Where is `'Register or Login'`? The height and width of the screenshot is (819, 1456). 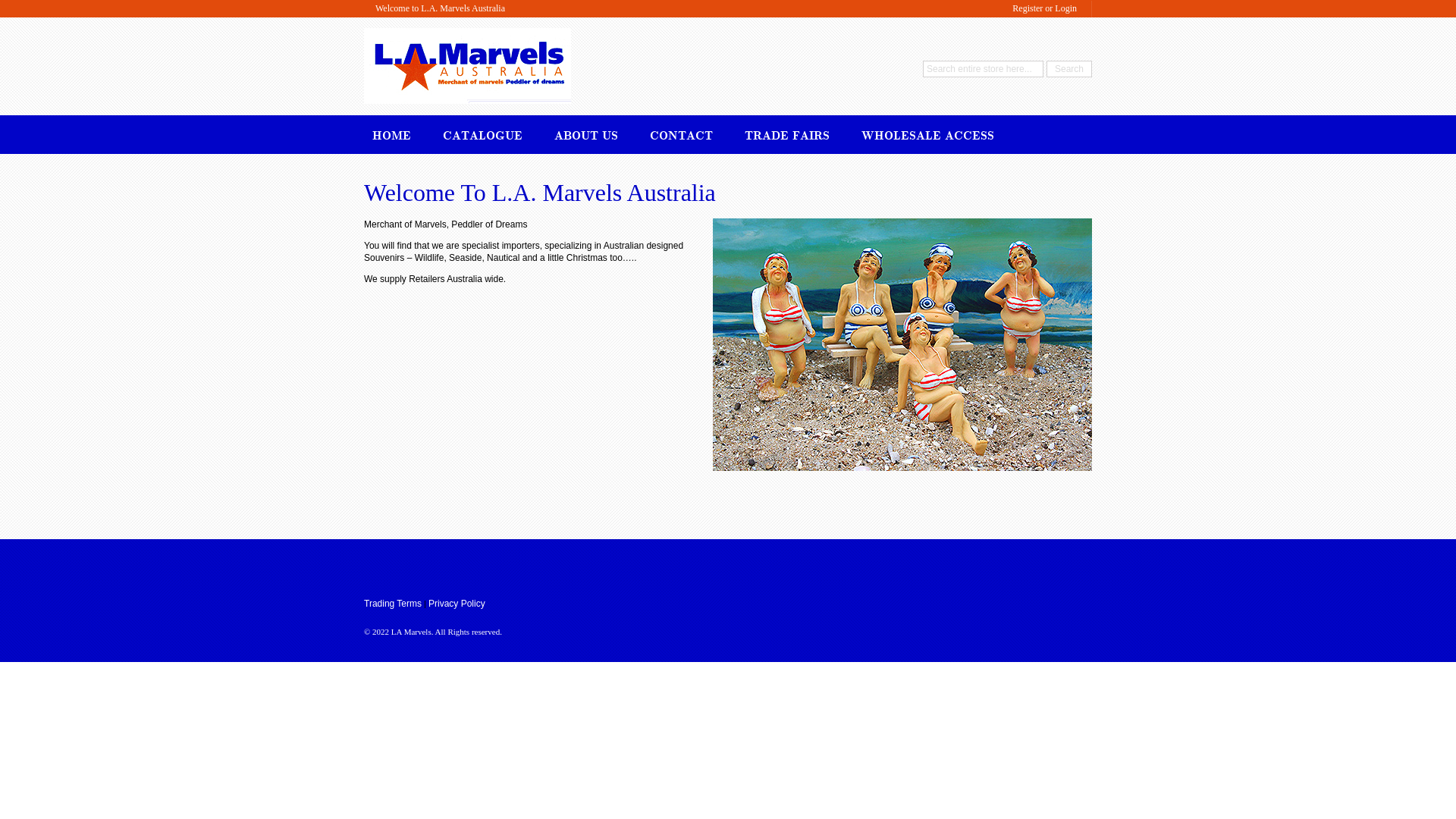
'Register or Login' is located at coordinates (1043, 8).